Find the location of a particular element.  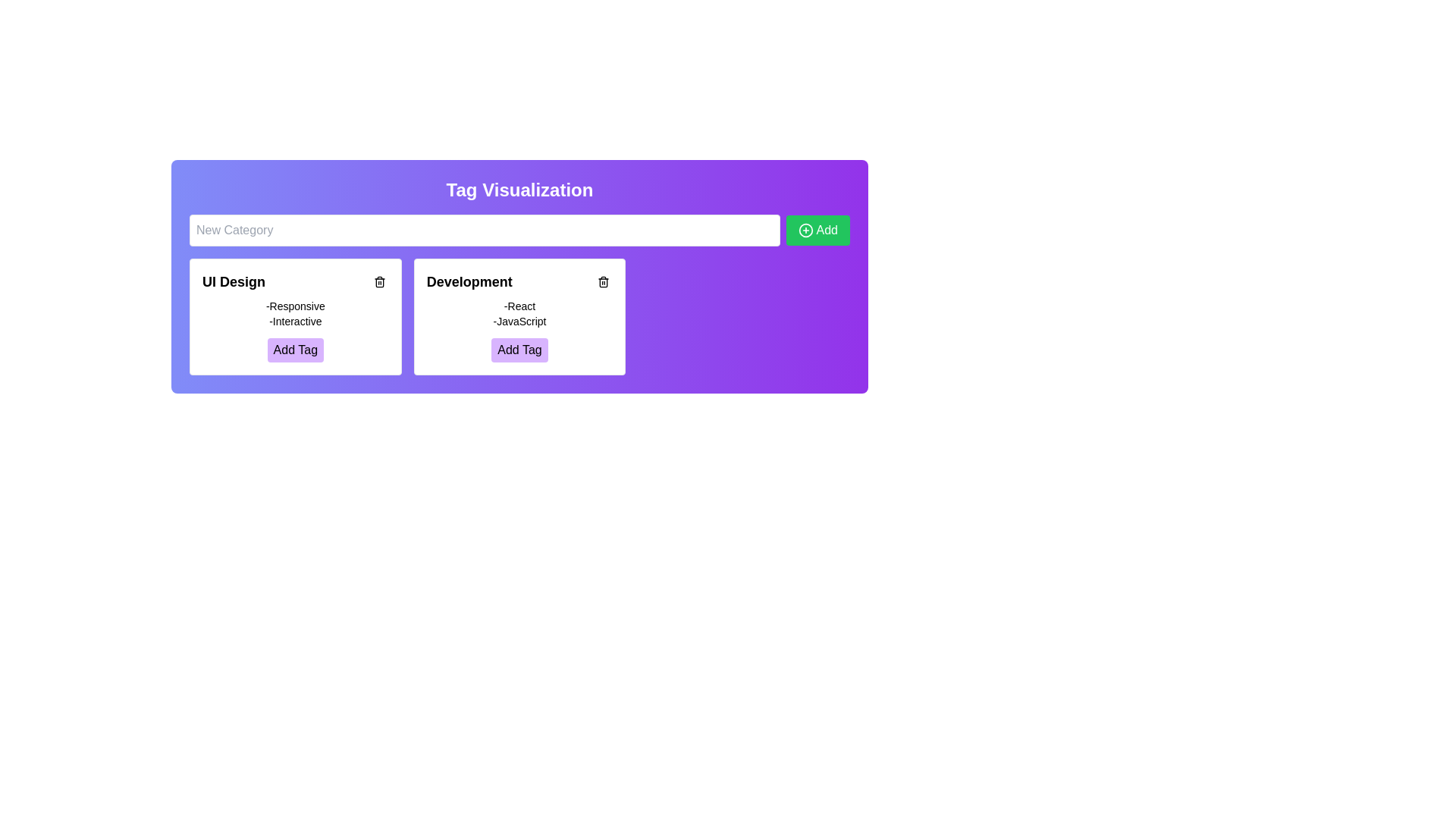

the static text section containing the lines '-Responsive' and '-Interactive', which is located below the 'UI Design' heading and above the 'Add Tag' button within the 'UI Design' card is located at coordinates (295, 312).